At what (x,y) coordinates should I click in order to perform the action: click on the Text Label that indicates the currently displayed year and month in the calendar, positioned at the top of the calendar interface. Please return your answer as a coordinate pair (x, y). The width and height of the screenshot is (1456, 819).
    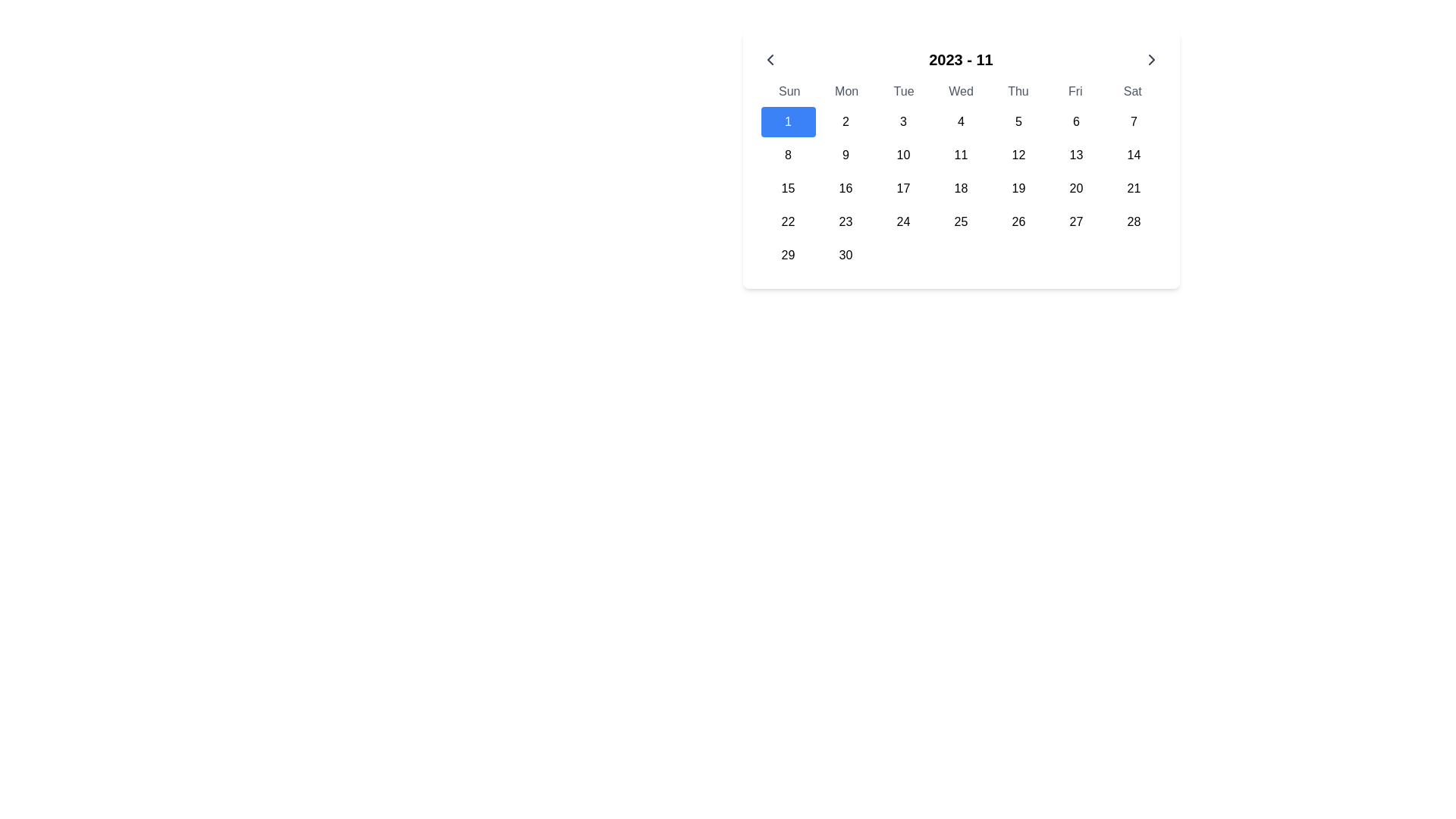
    Looking at the image, I should click on (960, 58).